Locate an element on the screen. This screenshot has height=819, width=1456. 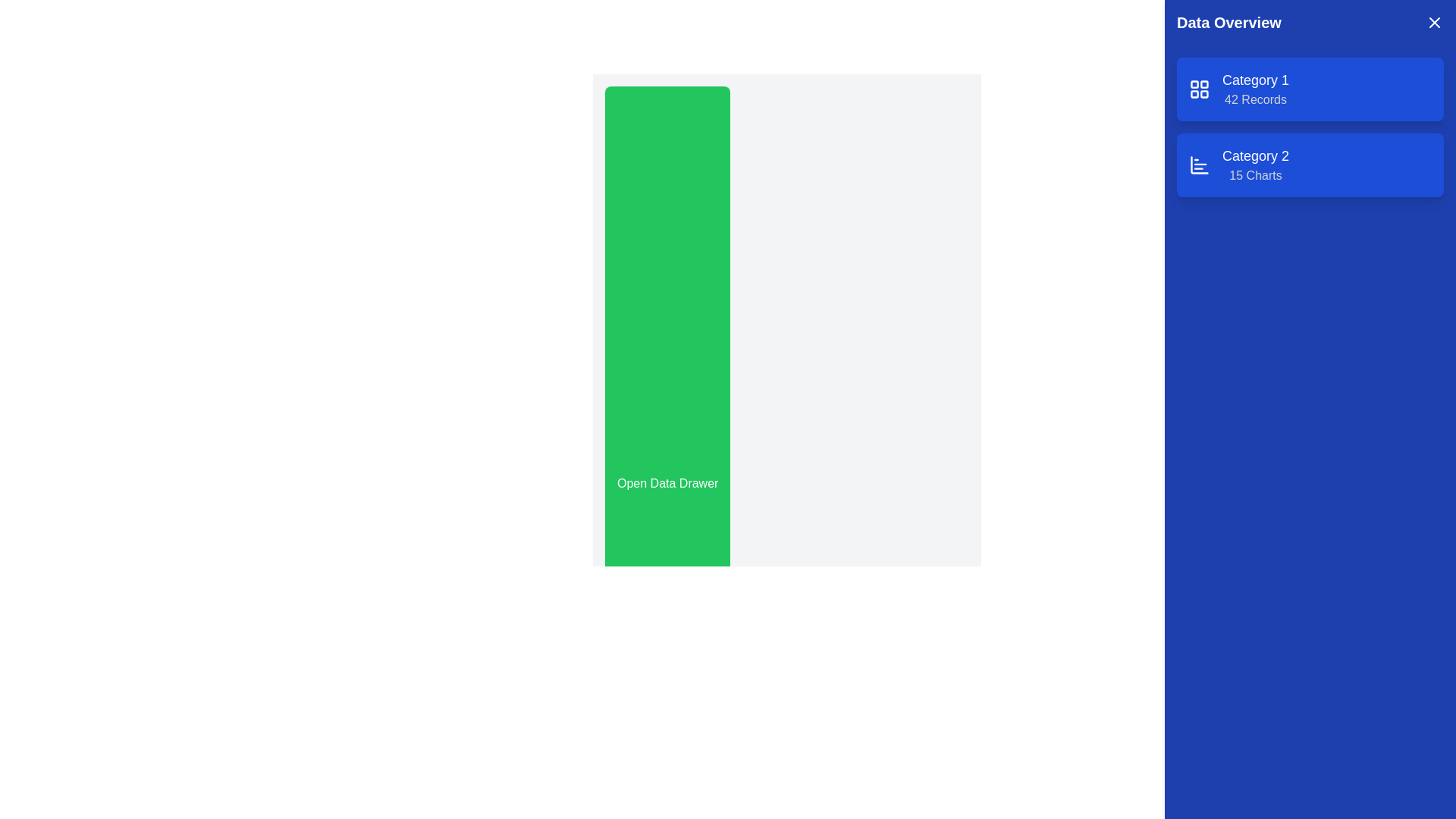
the icon of Category 2 to interact with it is located at coordinates (1199, 165).